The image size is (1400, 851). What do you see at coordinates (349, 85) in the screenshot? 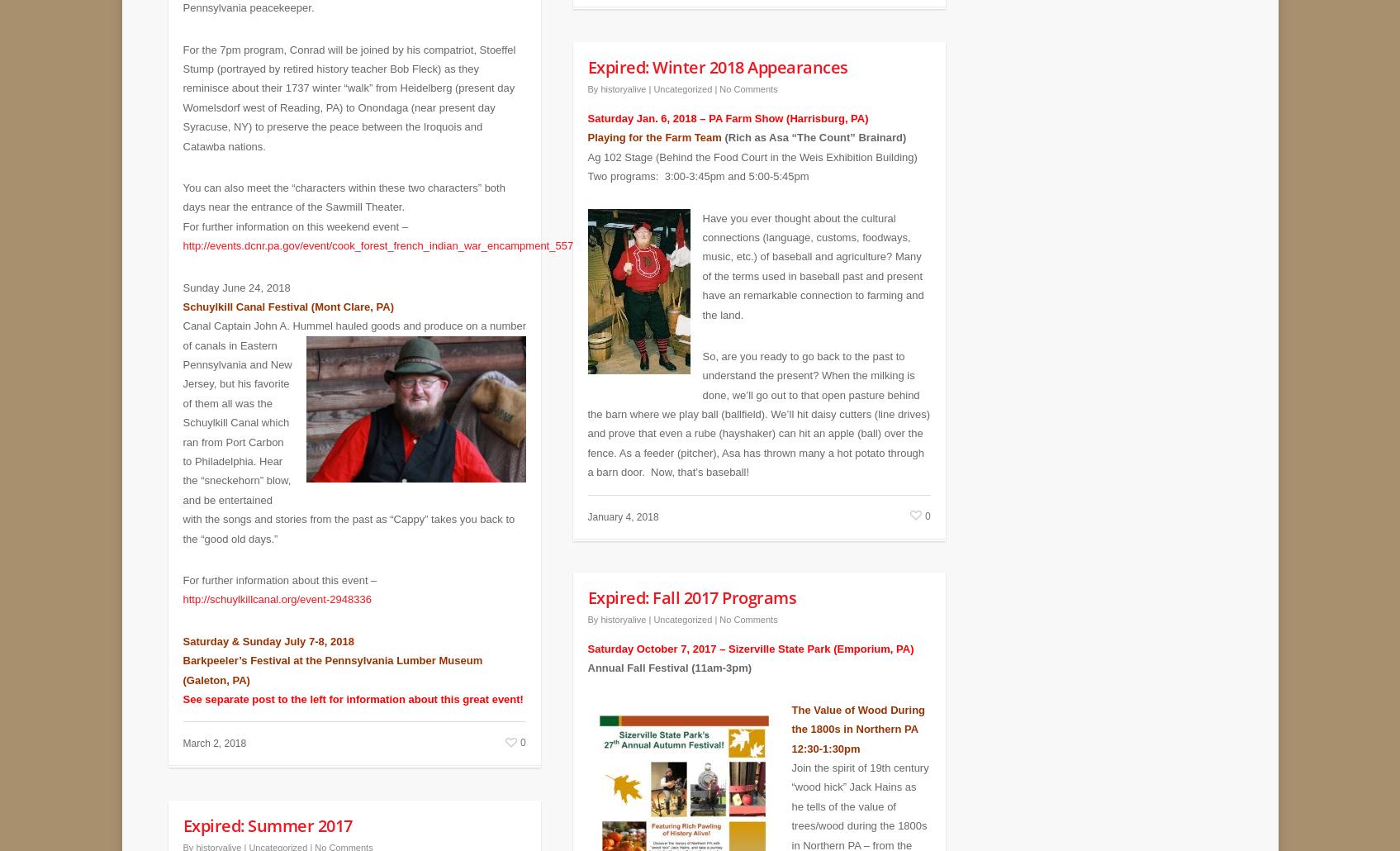
I see `'For the 7pm program, Conrad will be joined by his compatriot, Stoeffel Stump (portrayed by retired history teacher Bob Fleck) as they reminisce about their 1737 winter “walk” from Heidelberg (present day Womelsdorf west of Reading, PA) to Onondaga (near present day Syracuse, NY) to preserve the peace between the Iroquois and Catawba nations.'` at bounding box center [349, 85].